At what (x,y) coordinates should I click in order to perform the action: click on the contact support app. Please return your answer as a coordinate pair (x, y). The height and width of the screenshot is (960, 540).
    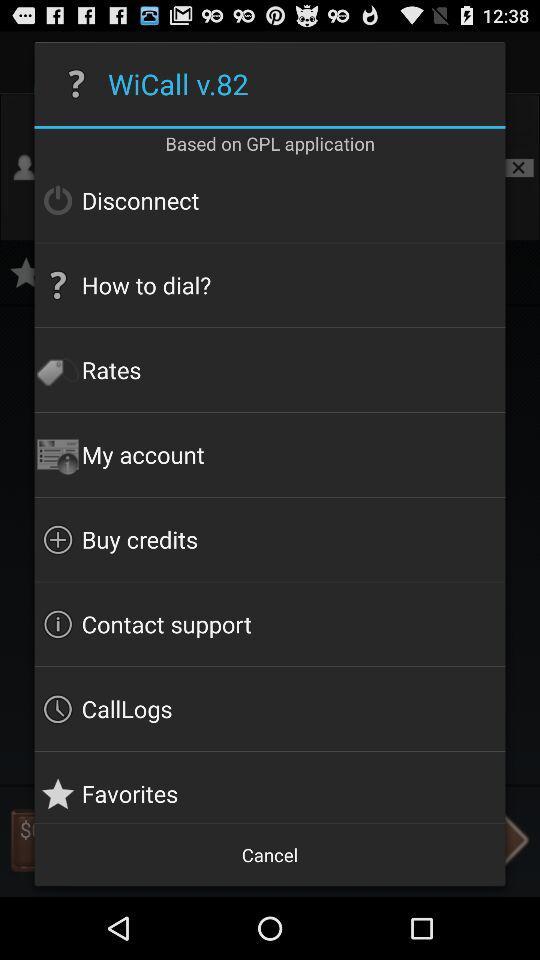
    Looking at the image, I should click on (270, 623).